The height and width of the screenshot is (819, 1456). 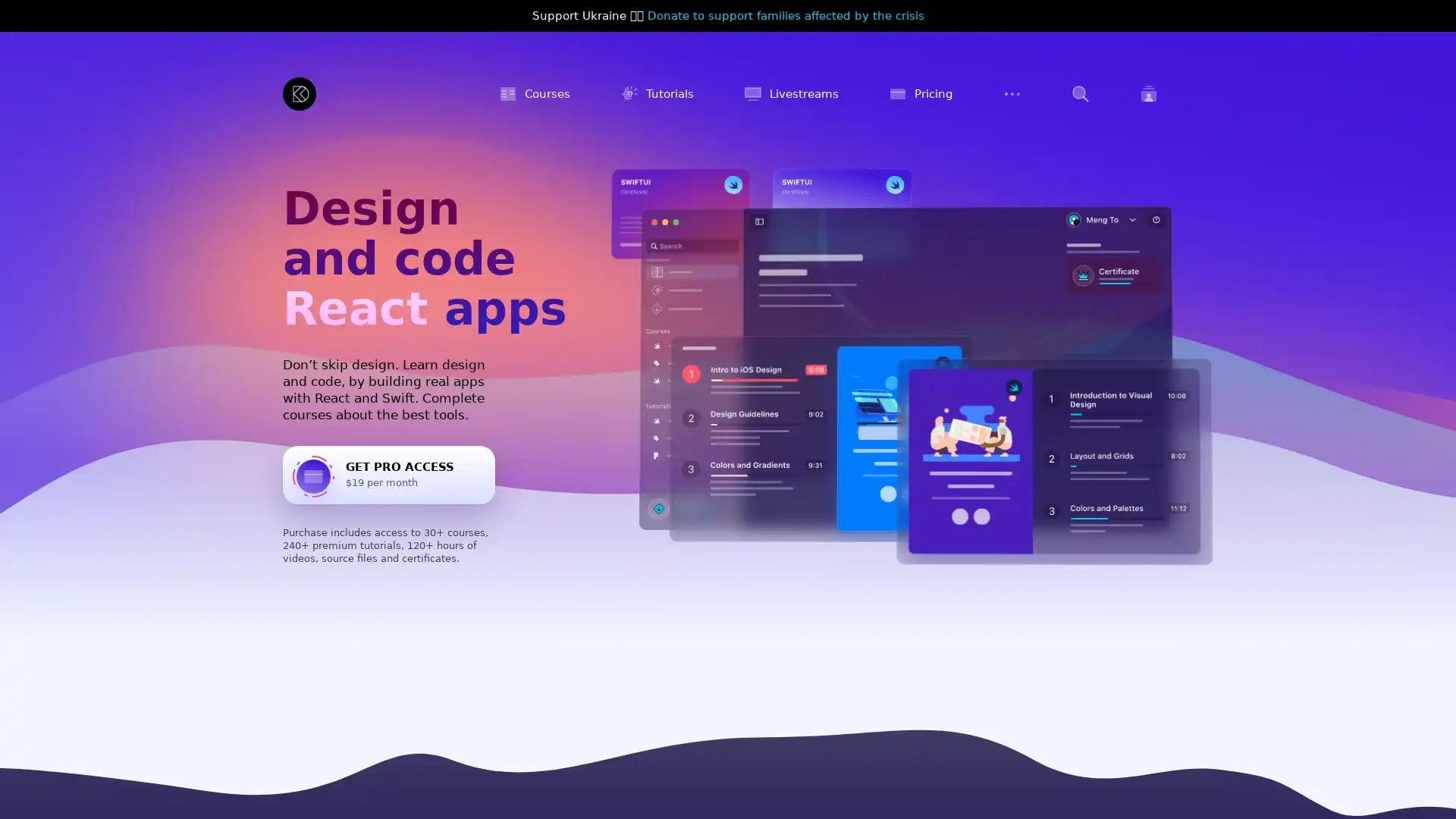 I want to click on Livestreams icon Livestreams, so click(x=790, y=93).